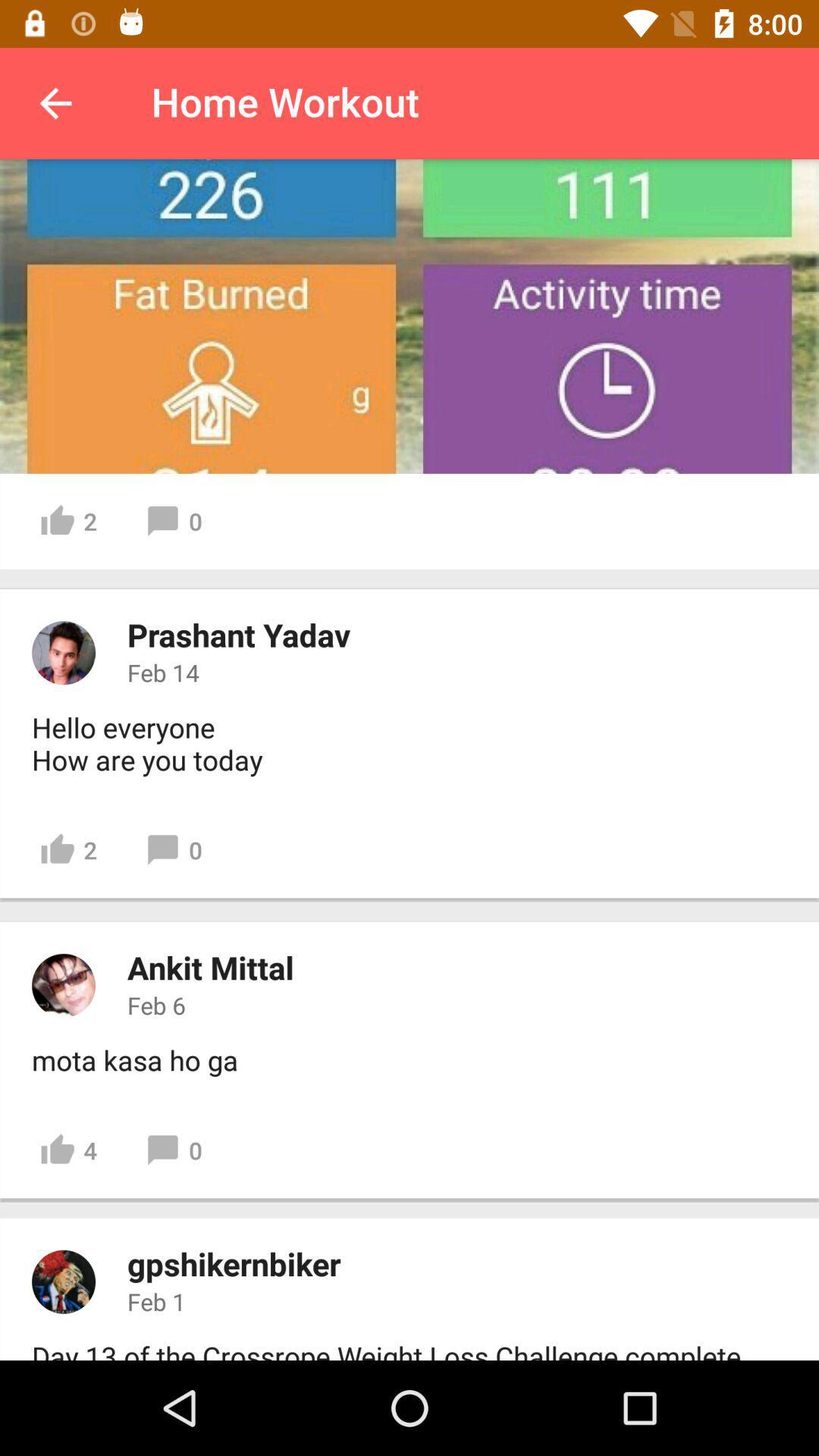  I want to click on time settings, so click(409, 315).